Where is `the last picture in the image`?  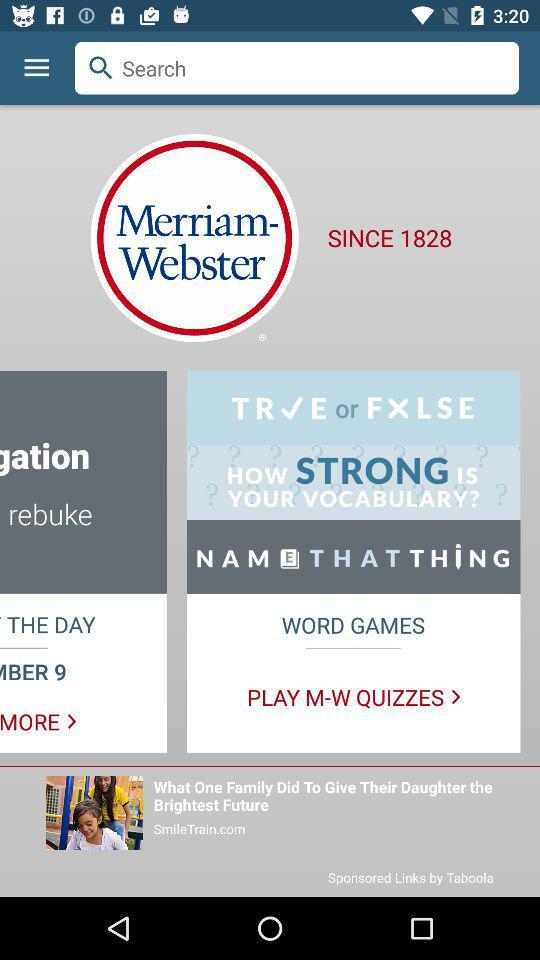
the last picture in the image is located at coordinates (93, 813).